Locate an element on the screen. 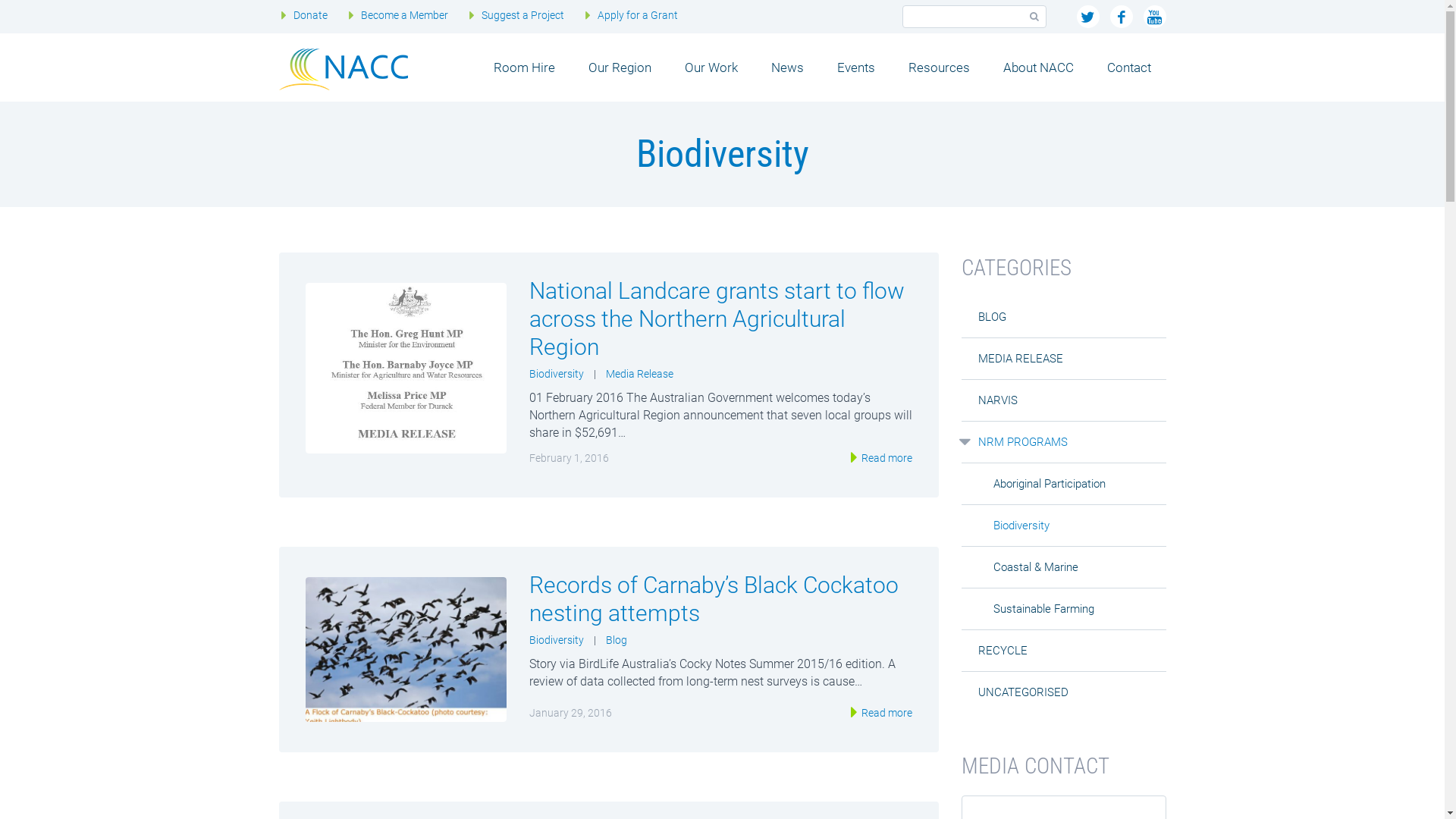  'Media Release' is located at coordinates (639, 374).